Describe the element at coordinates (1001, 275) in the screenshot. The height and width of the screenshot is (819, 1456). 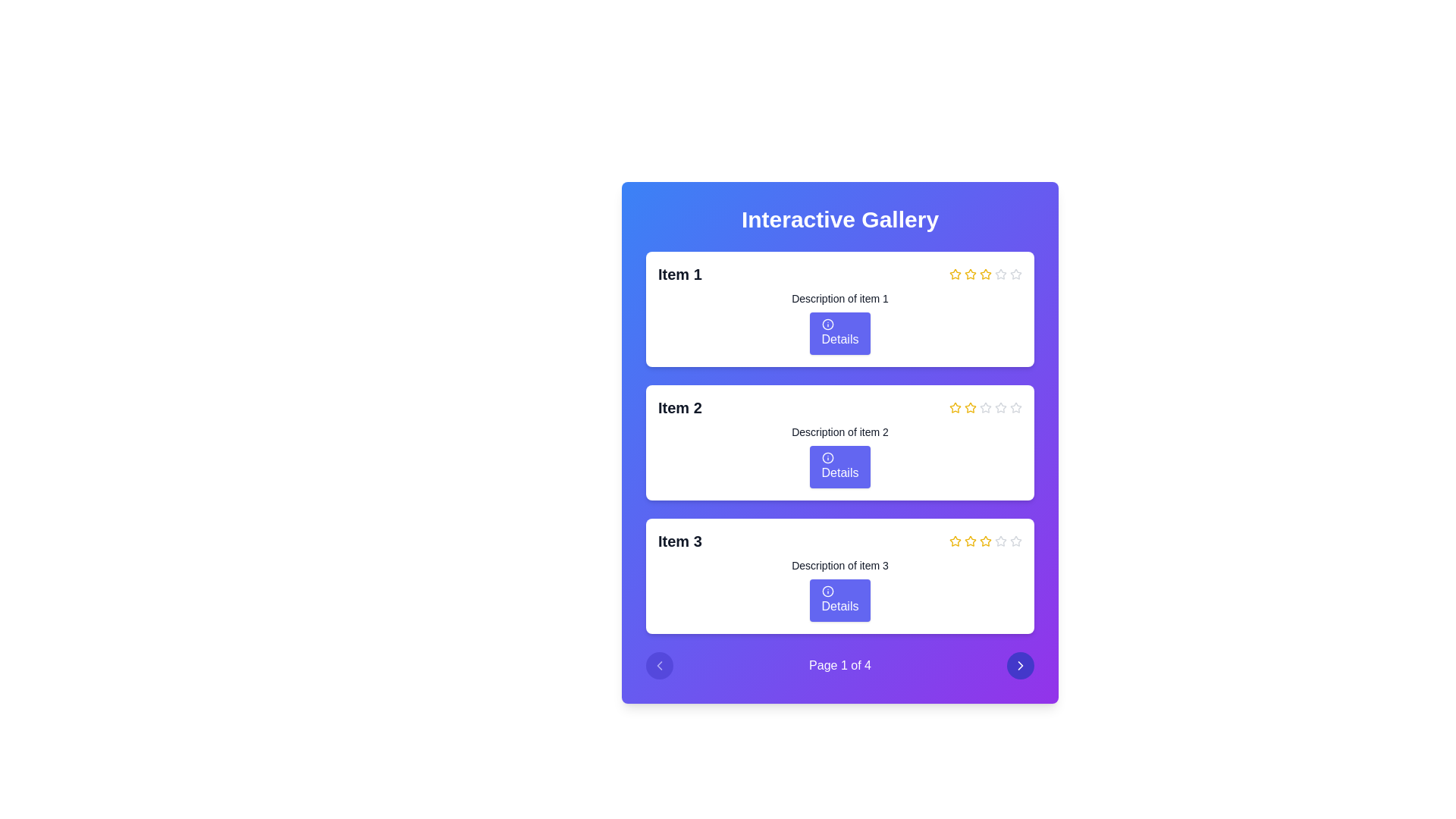
I see `the fourth star icon used for ratings` at that location.